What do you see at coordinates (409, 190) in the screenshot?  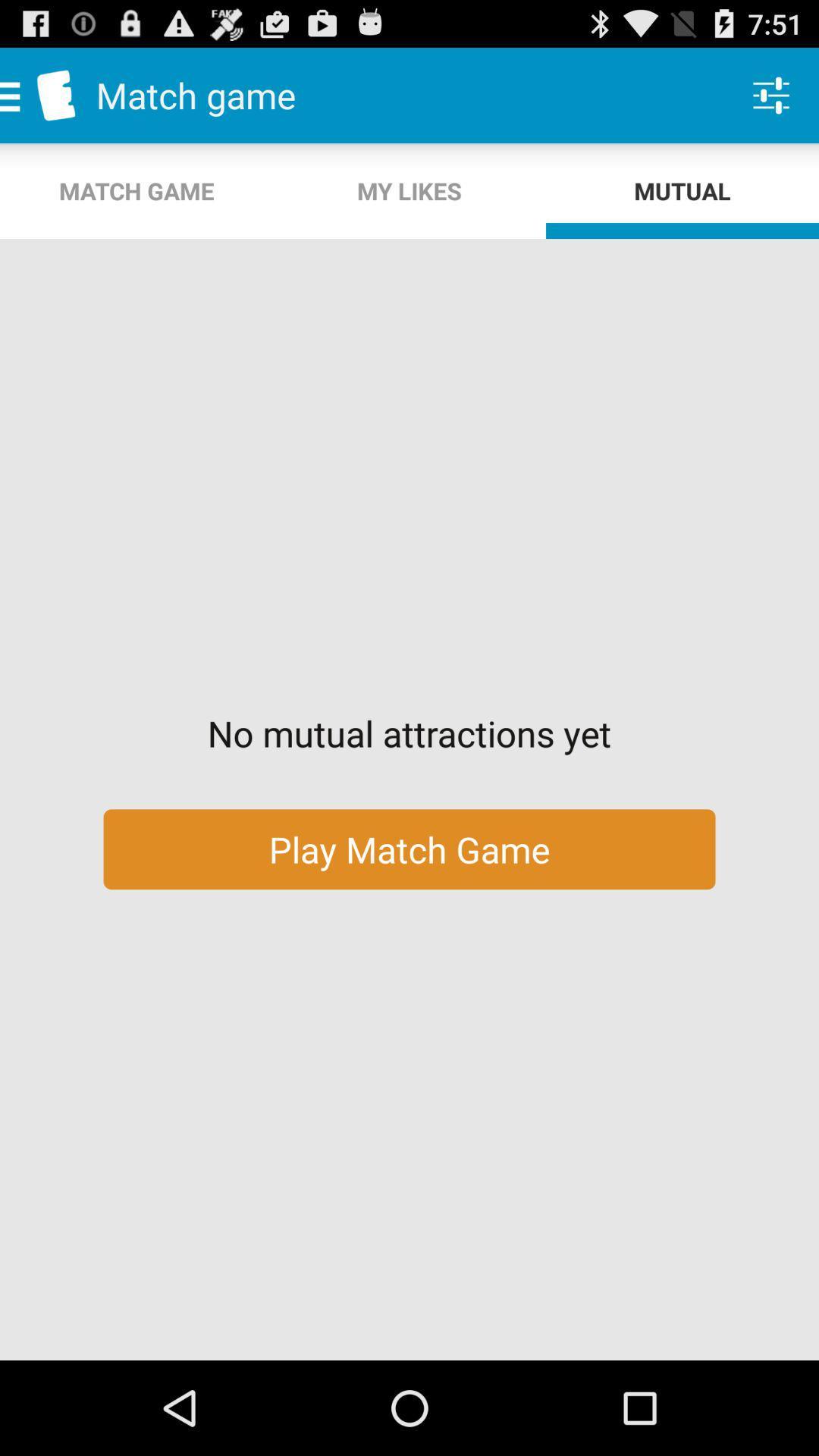 I see `app next to the mutual app` at bounding box center [409, 190].